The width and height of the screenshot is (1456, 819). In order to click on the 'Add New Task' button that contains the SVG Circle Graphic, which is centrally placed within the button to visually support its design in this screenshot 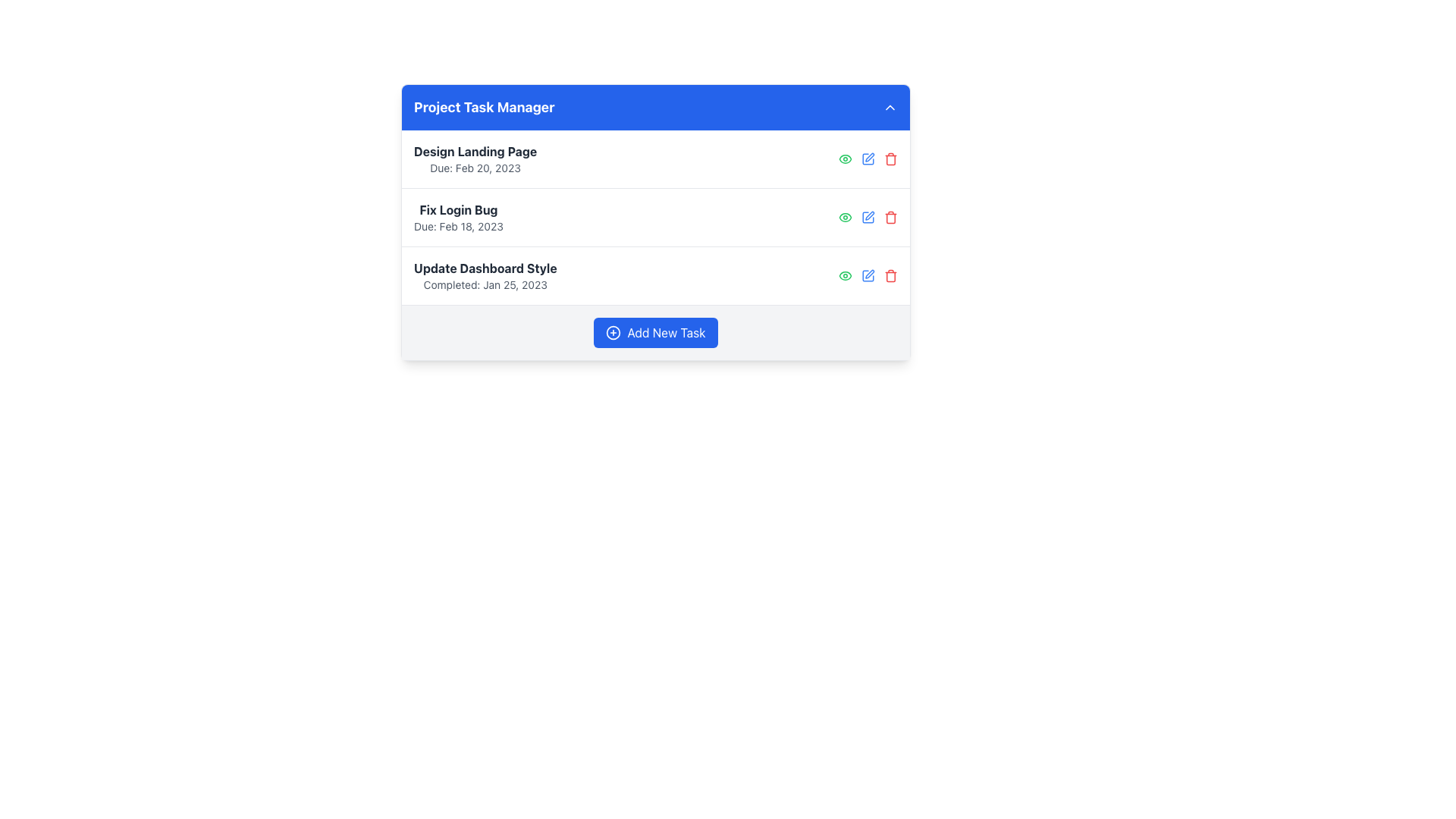, I will do `click(613, 332)`.